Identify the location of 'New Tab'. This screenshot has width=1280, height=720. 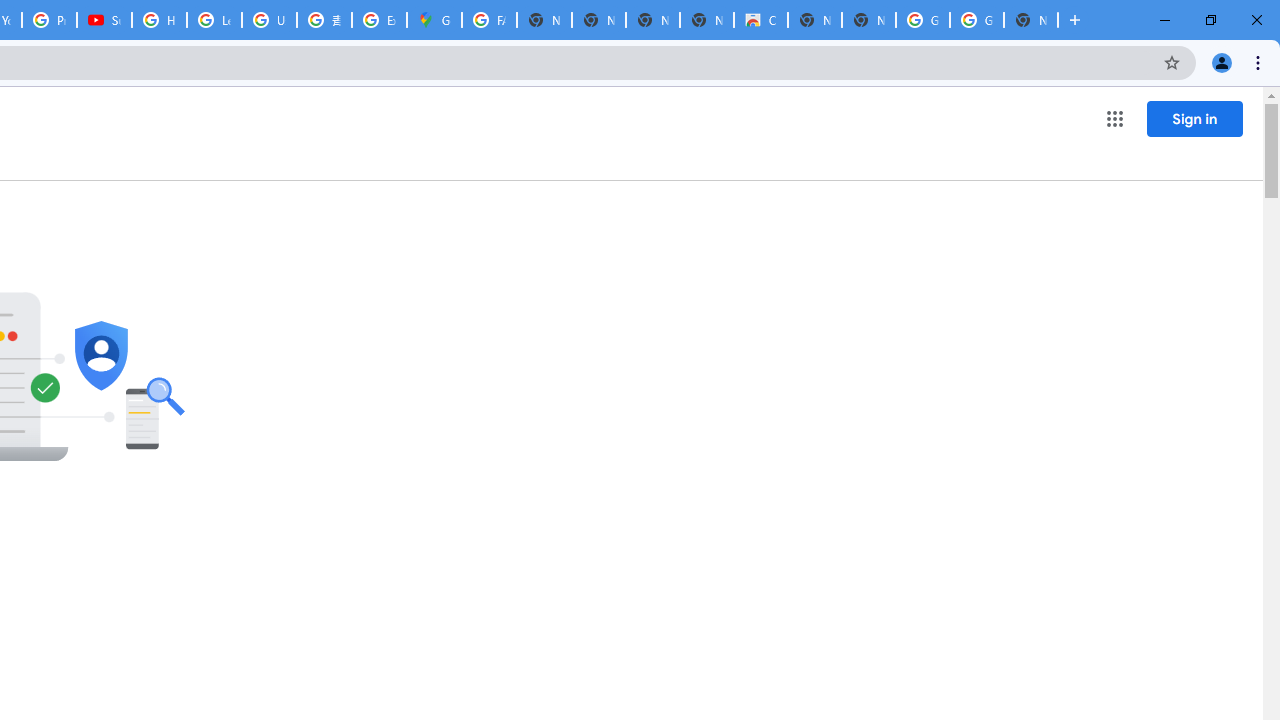
(1031, 20).